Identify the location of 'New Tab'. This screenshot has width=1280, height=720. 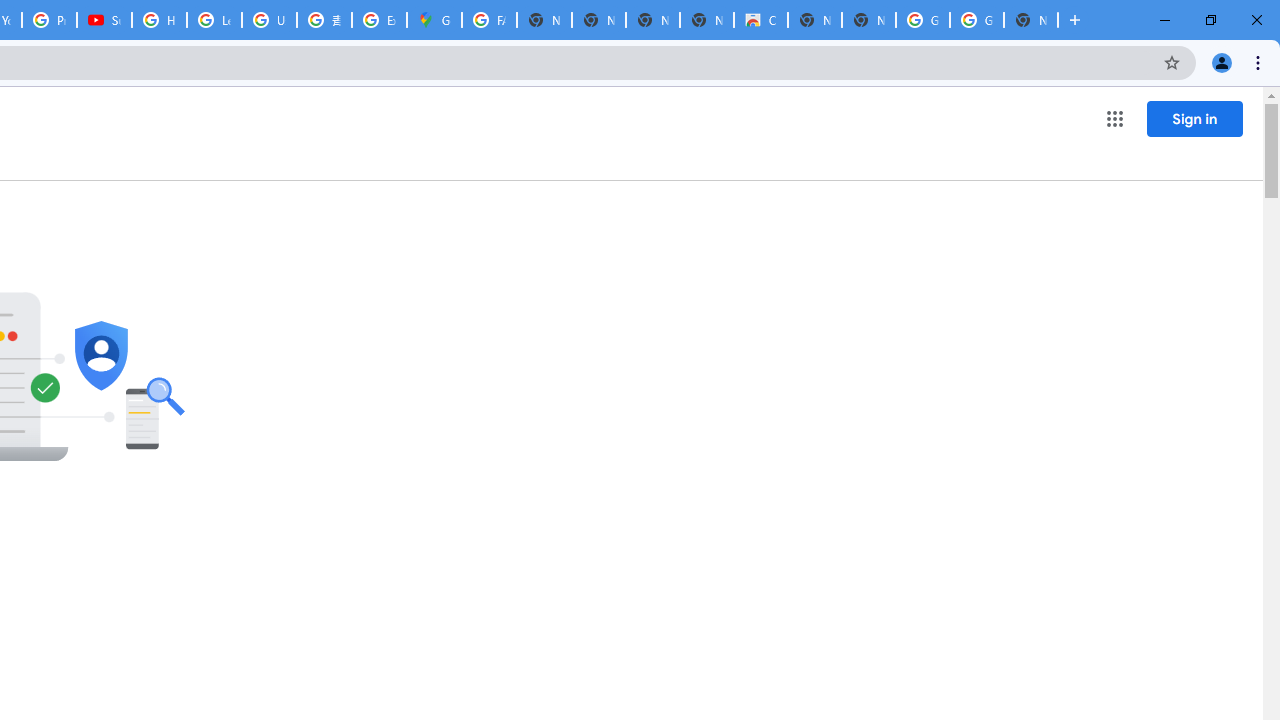
(1031, 20).